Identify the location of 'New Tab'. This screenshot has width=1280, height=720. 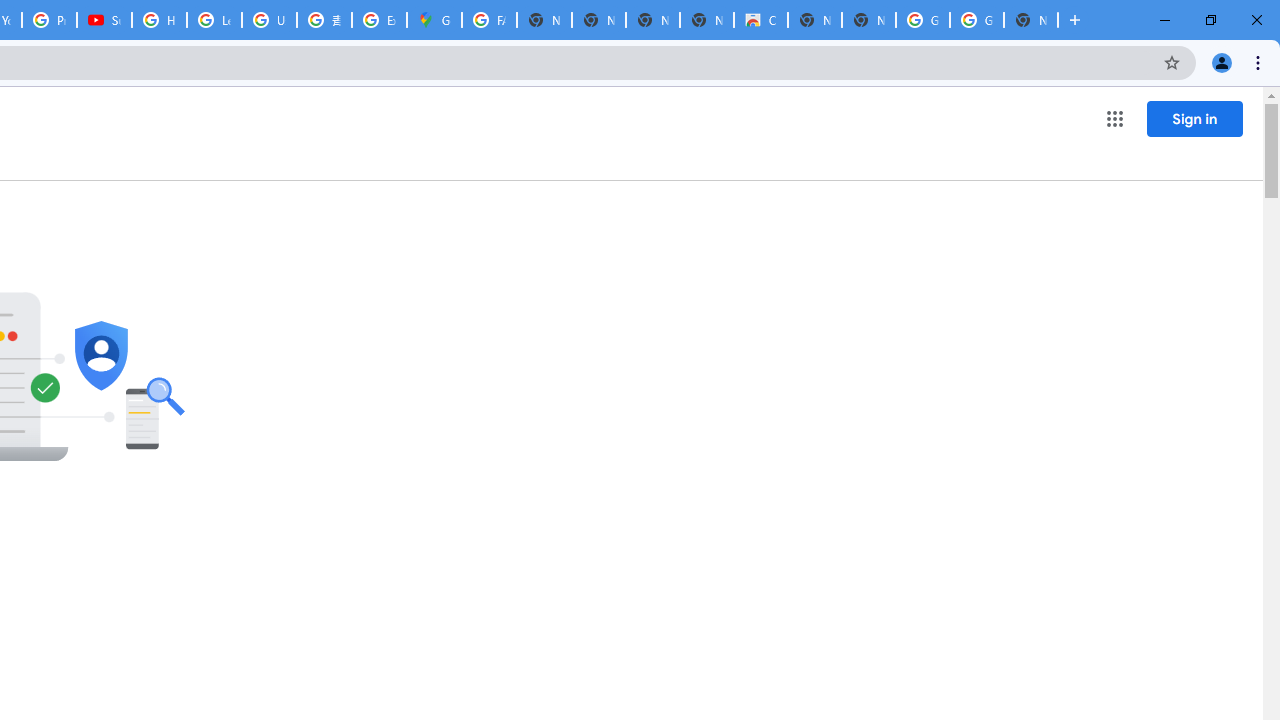
(1031, 20).